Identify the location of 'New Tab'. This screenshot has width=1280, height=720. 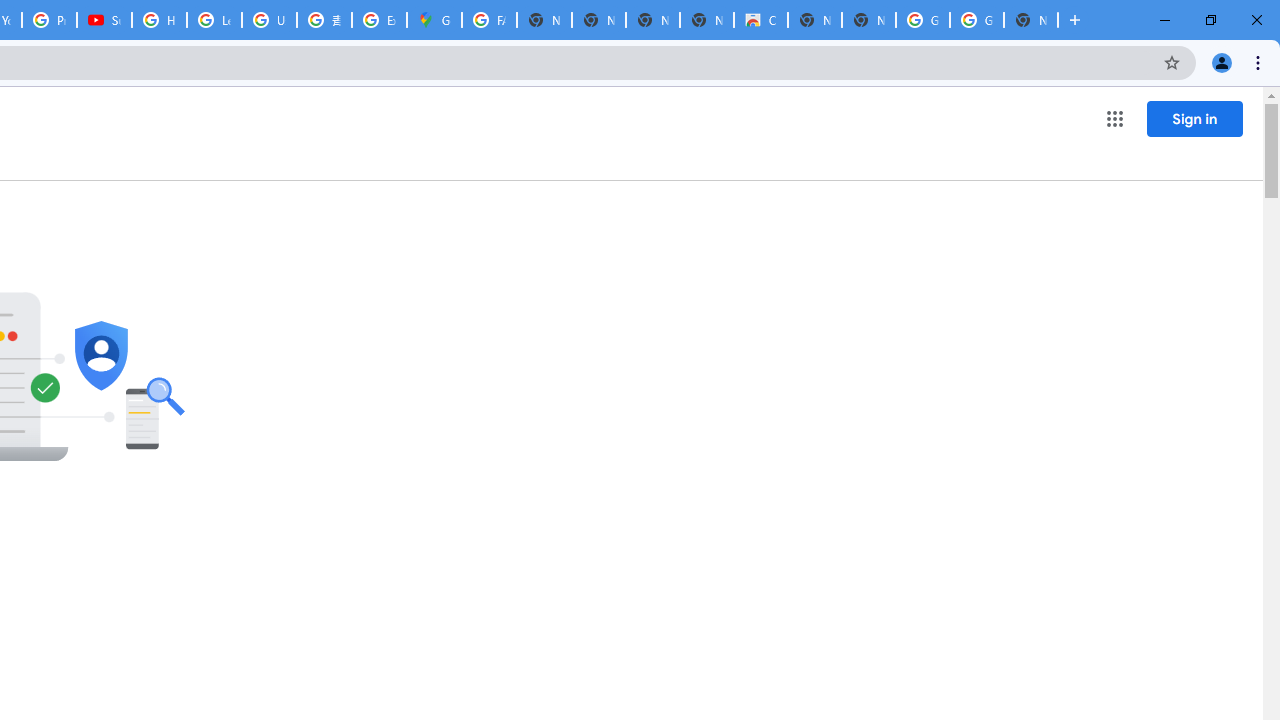
(1031, 20).